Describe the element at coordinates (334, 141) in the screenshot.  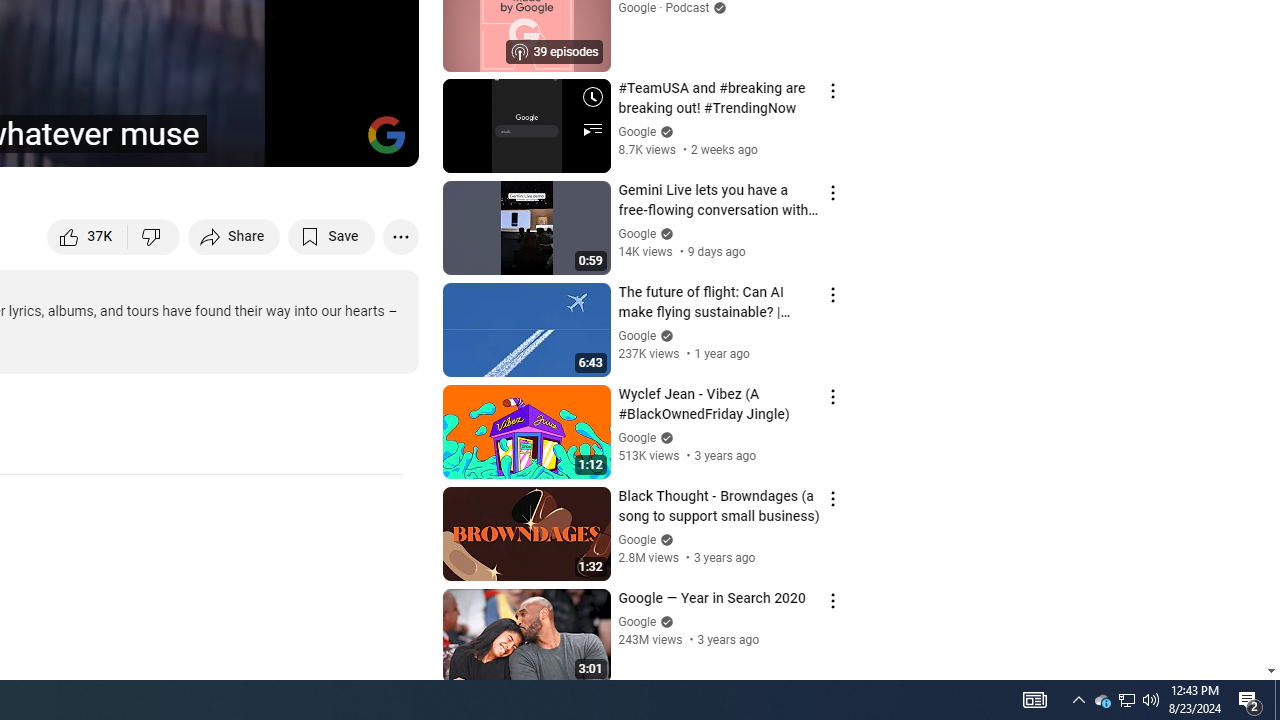
I see `'Theater mode (t)'` at that location.